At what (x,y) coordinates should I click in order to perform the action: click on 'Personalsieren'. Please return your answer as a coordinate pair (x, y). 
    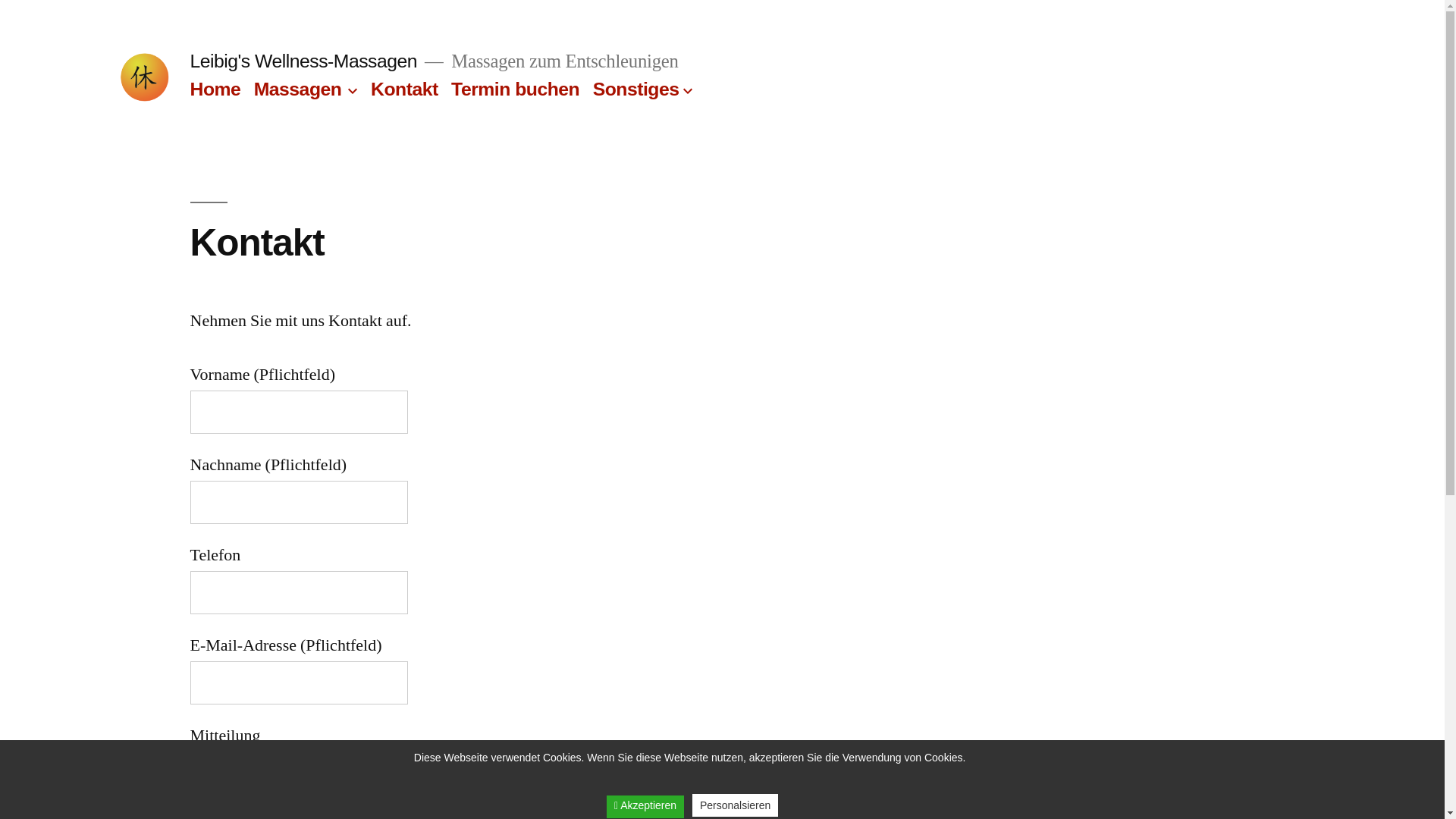
    Looking at the image, I should click on (735, 804).